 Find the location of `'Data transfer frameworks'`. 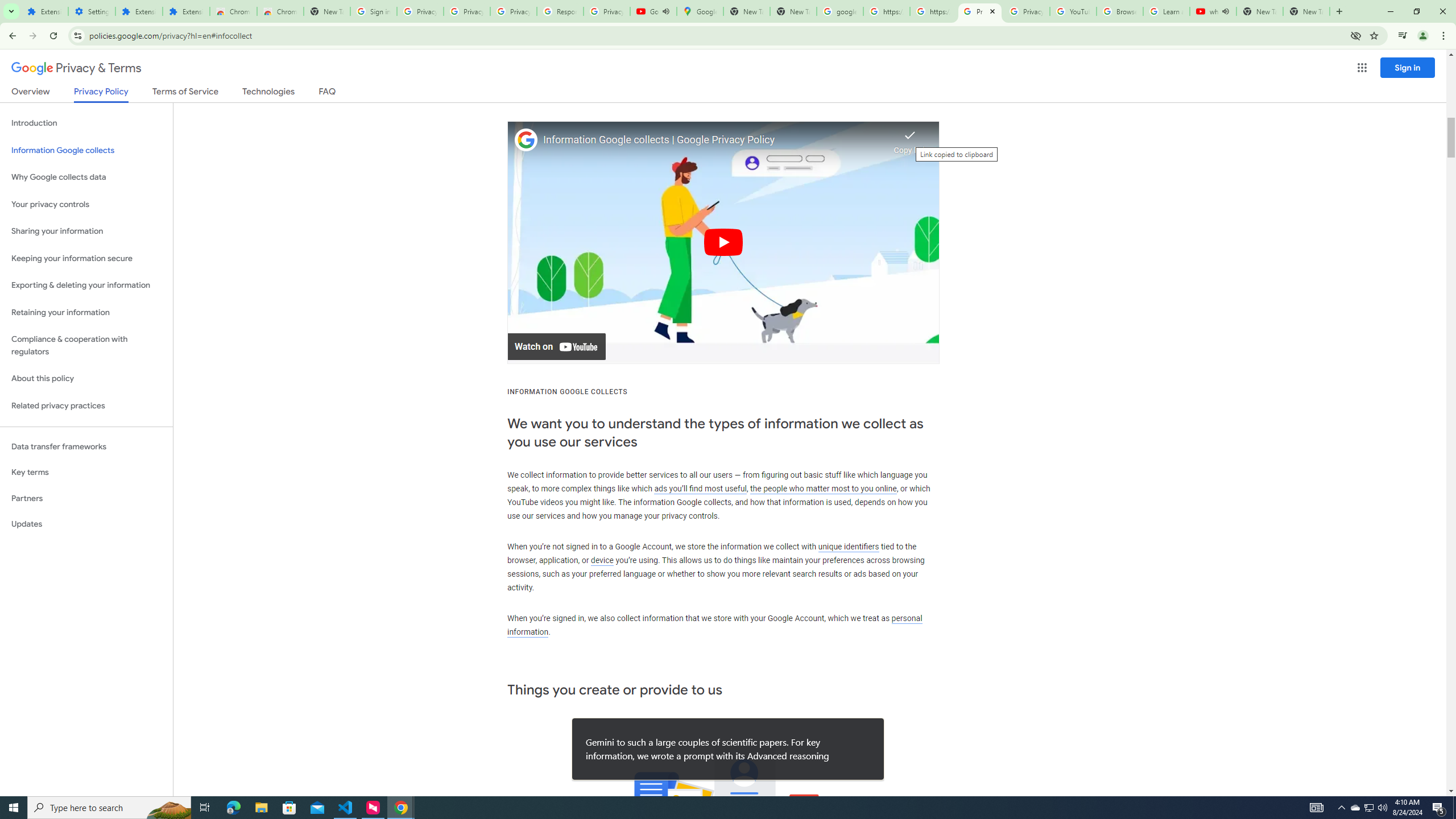

'Data transfer frameworks' is located at coordinates (86, 446).